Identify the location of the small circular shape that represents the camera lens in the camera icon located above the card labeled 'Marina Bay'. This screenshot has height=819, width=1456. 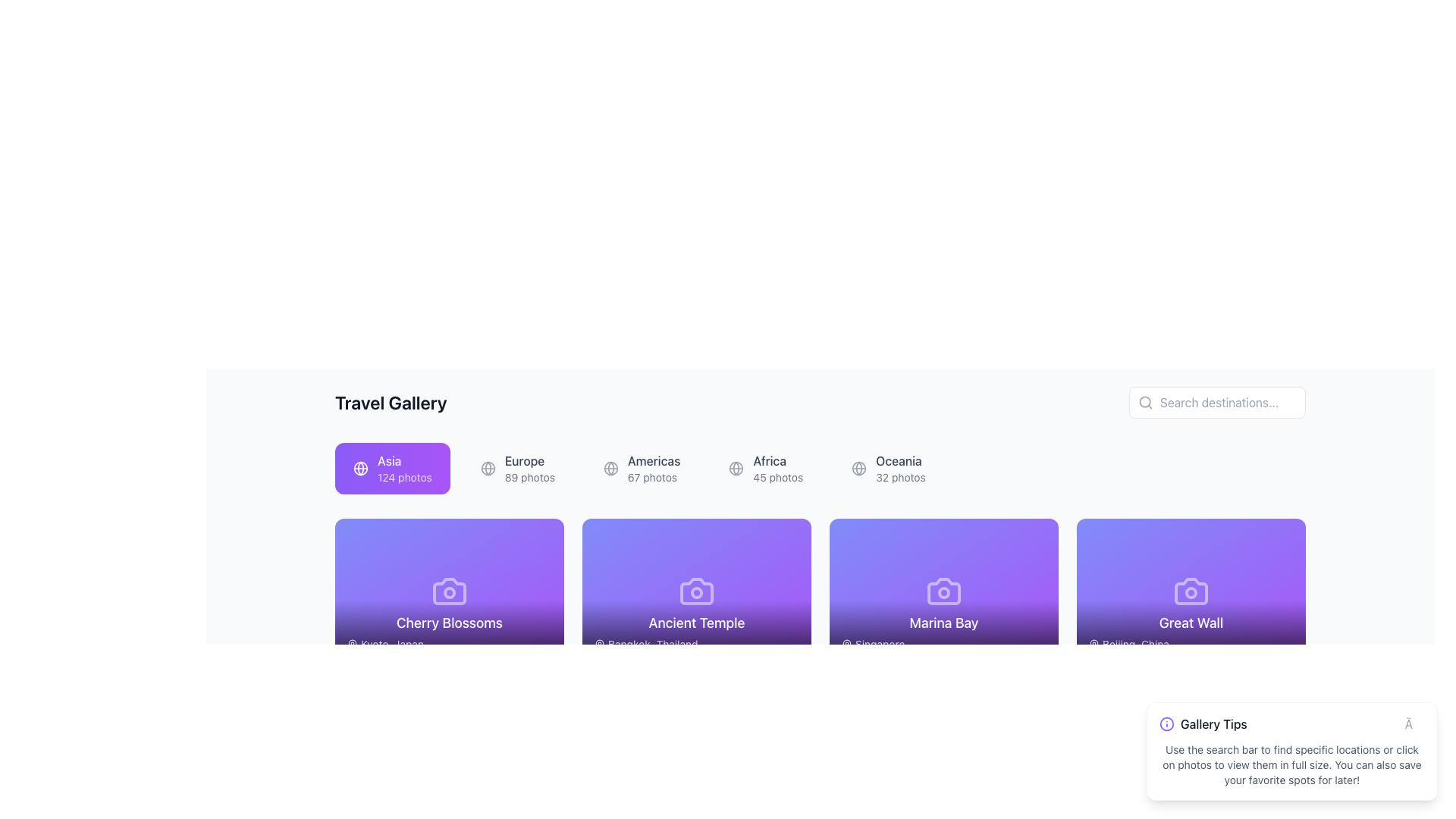
(943, 592).